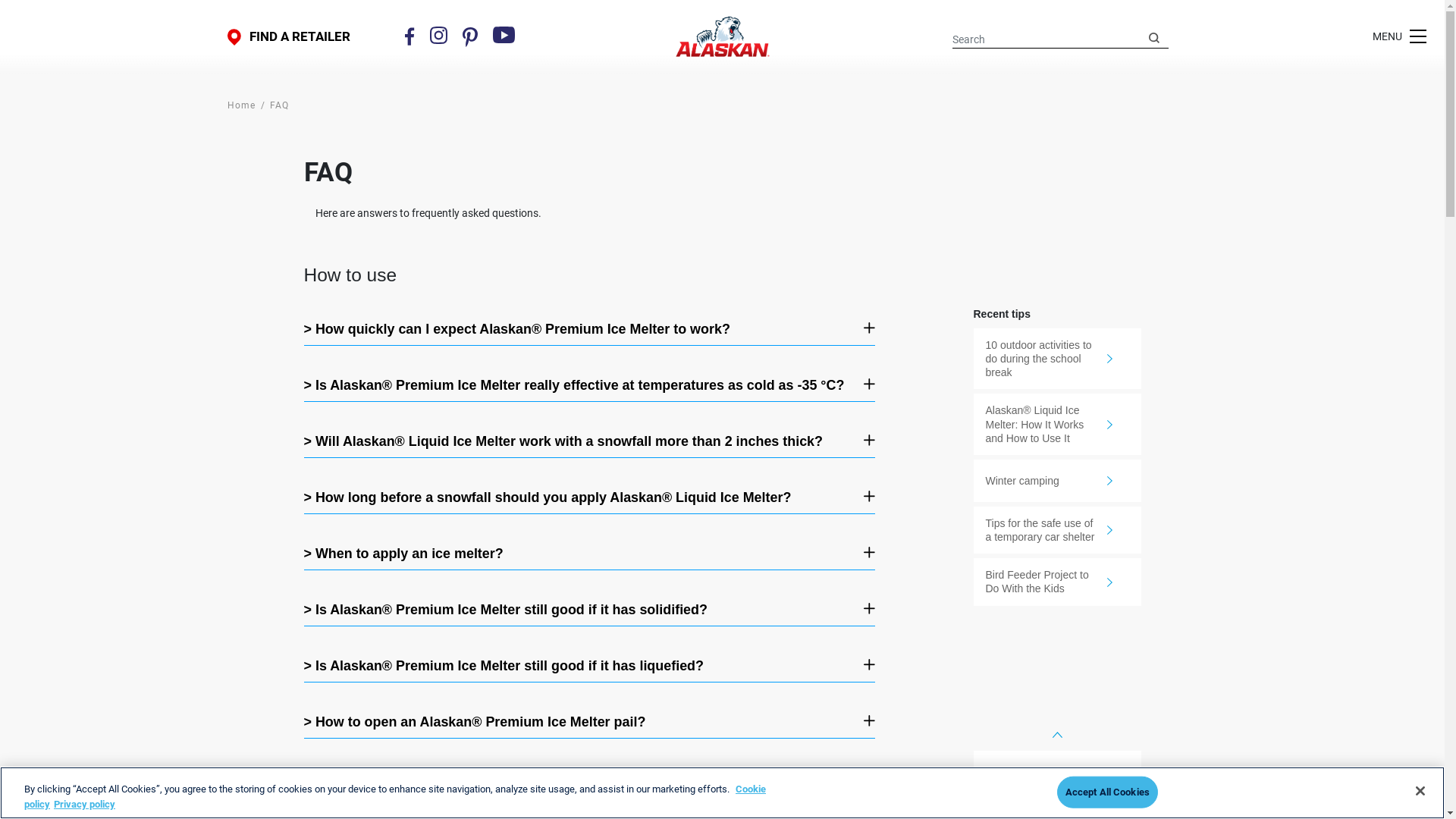 The width and height of the screenshot is (1456, 819). I want to click on 'Skip to main content', so click(0, 0).